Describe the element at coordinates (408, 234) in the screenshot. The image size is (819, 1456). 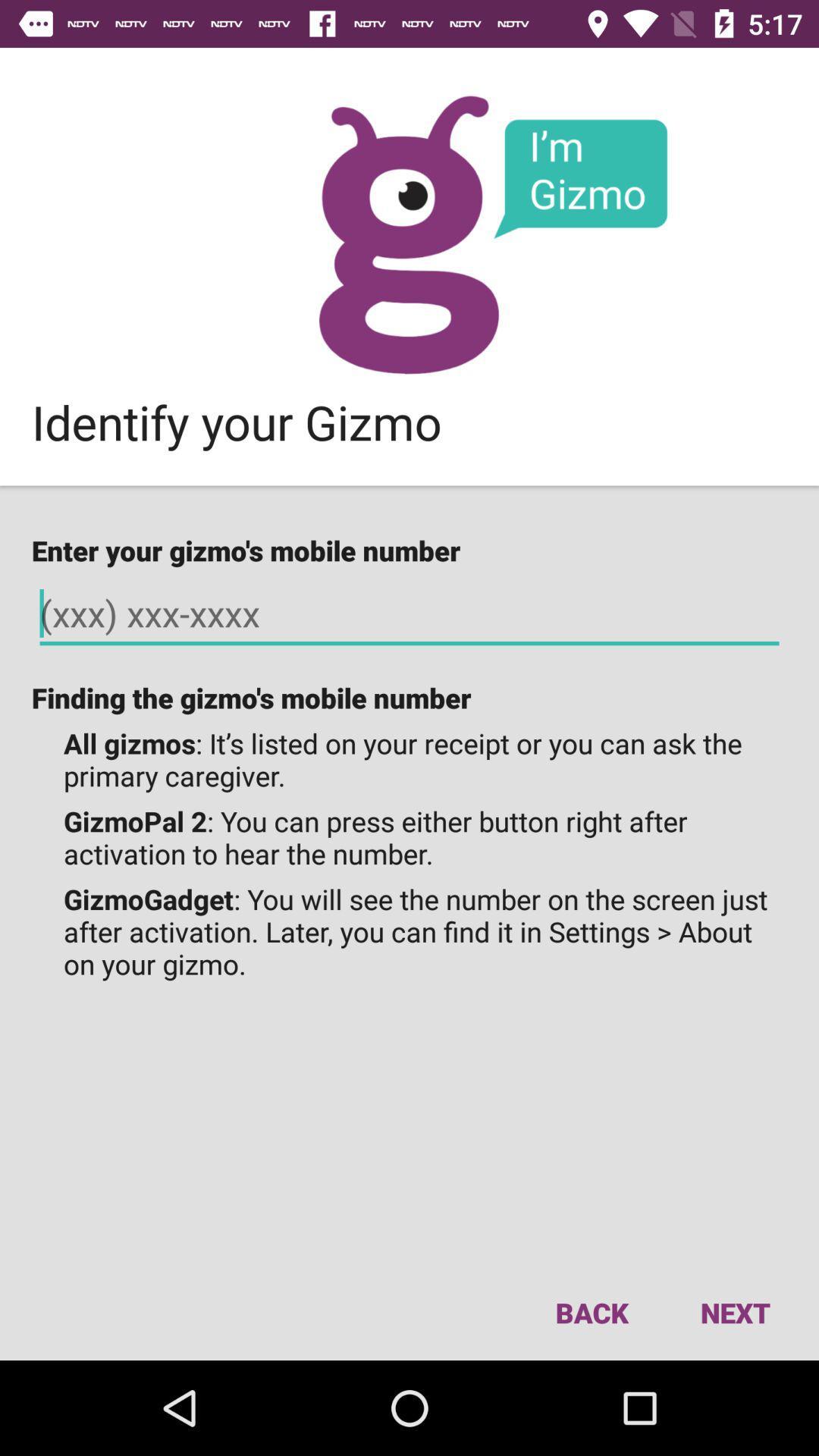
I see `share the article` at that location.